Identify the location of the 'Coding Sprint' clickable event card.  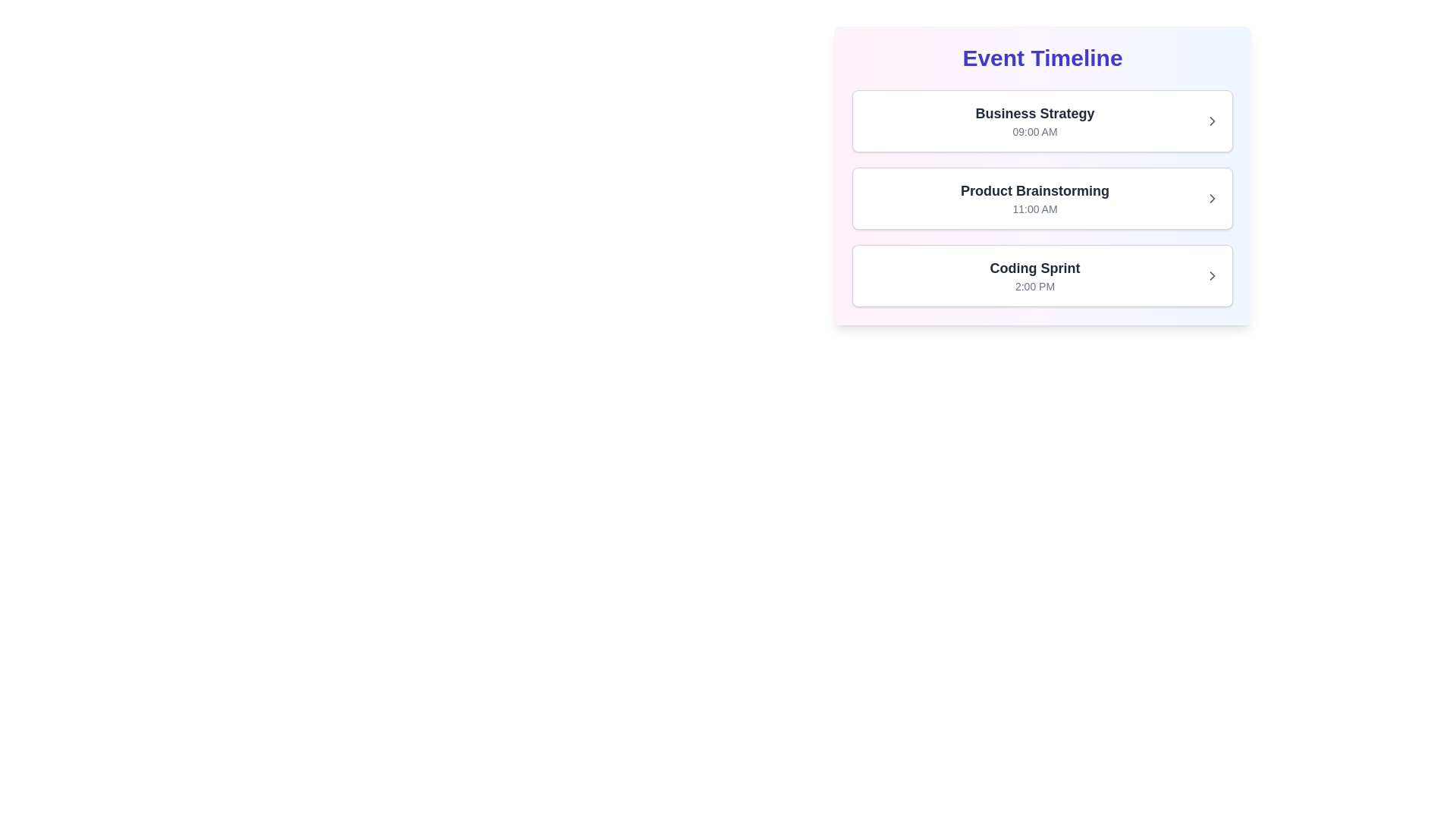
(1041, 275).